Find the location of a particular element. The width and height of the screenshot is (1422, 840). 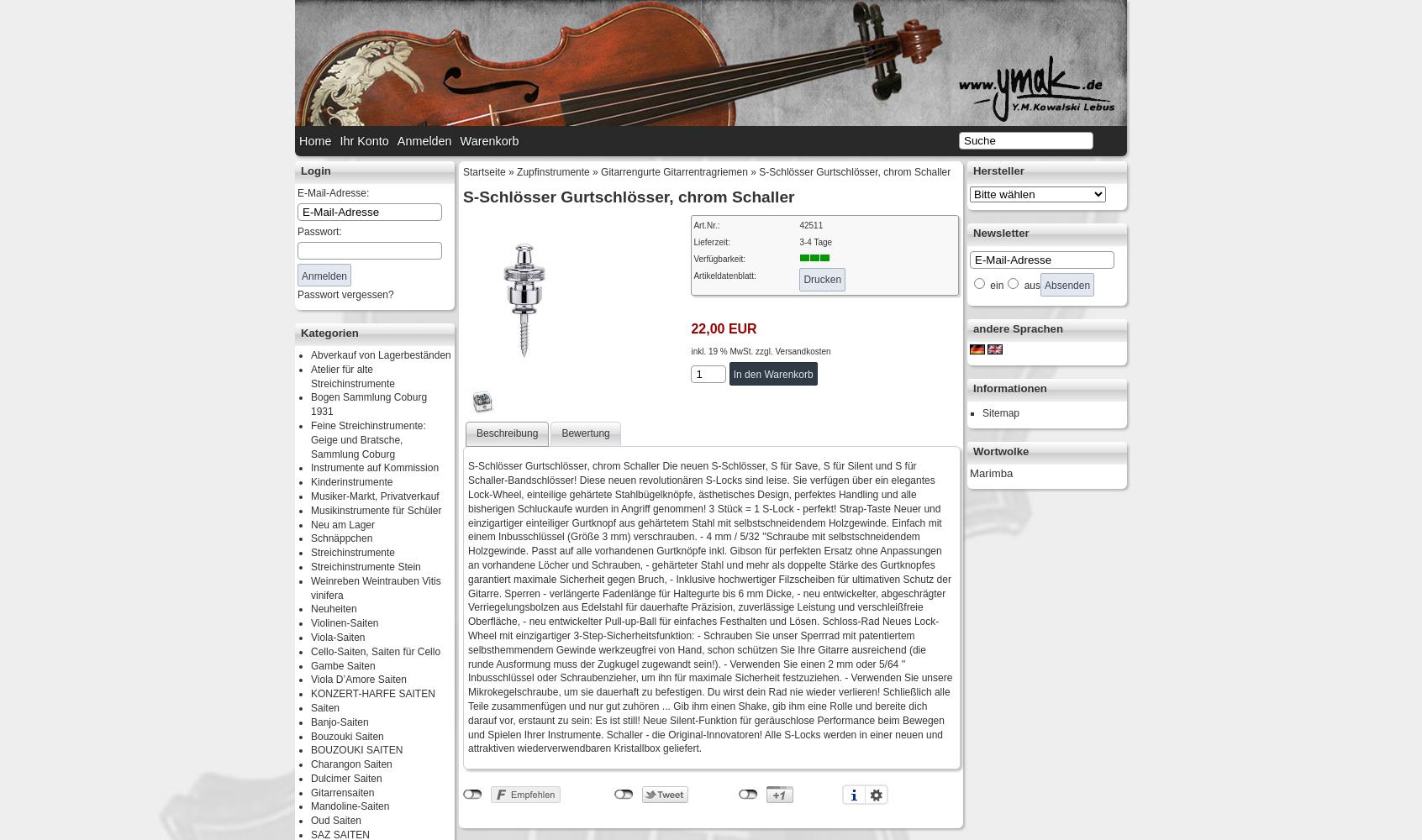

'ein' is located at coordinates (994, 285).